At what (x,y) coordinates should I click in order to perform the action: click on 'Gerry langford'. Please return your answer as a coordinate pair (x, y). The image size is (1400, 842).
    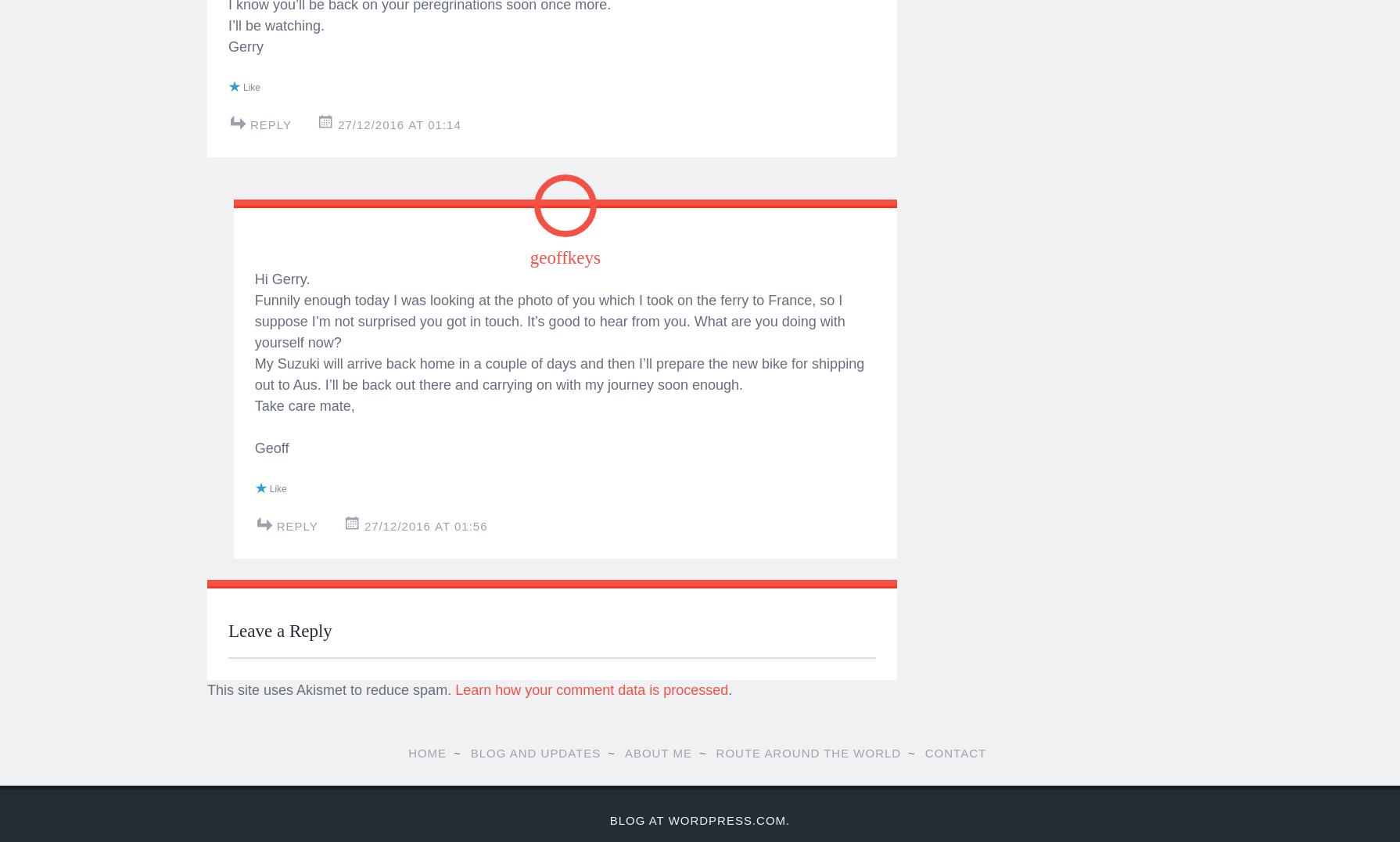
    Looking at the image, I should click on (497, 420).